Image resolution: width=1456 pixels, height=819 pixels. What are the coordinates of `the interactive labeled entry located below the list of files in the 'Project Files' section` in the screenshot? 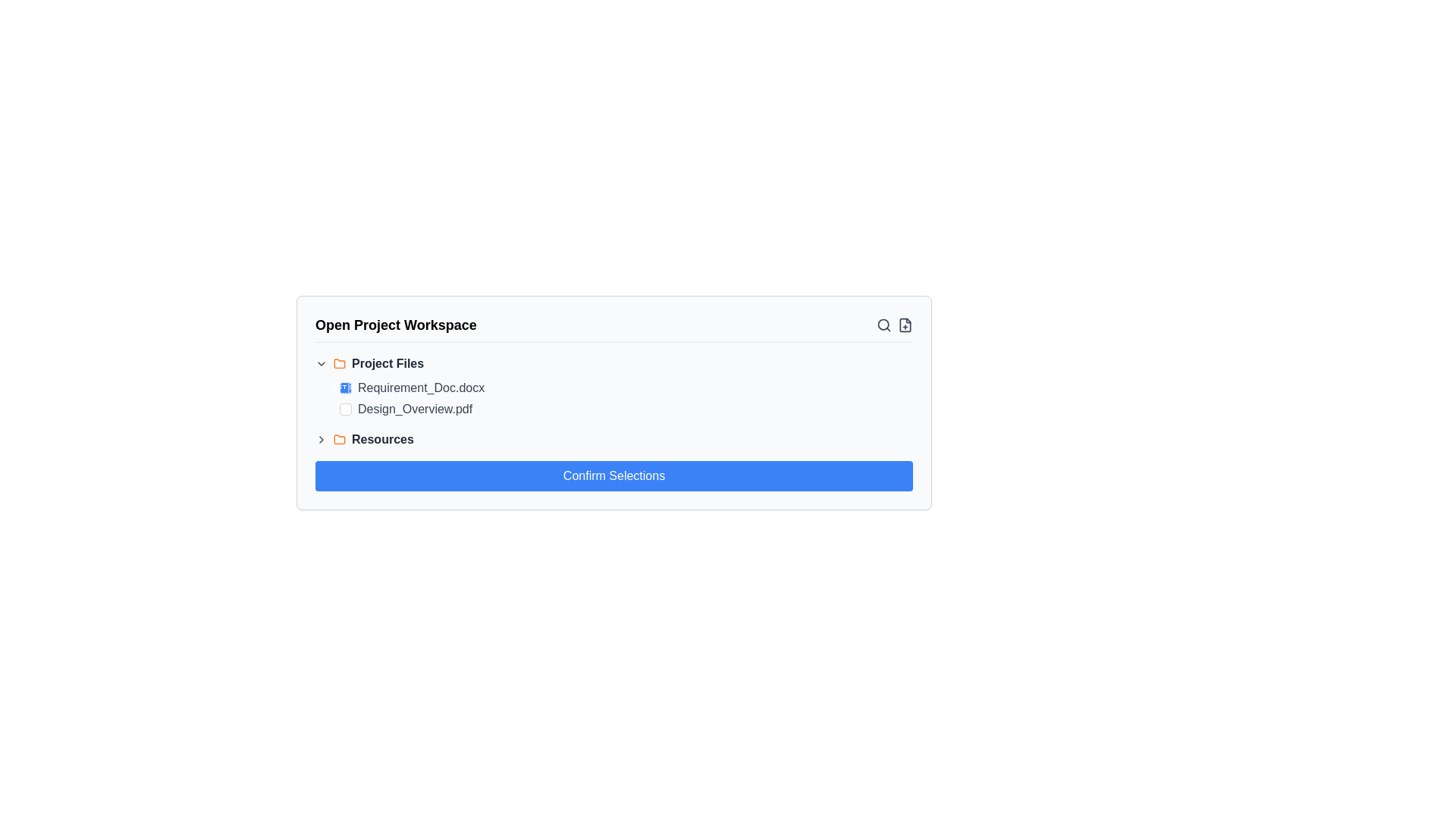 It's located at (614, 439).